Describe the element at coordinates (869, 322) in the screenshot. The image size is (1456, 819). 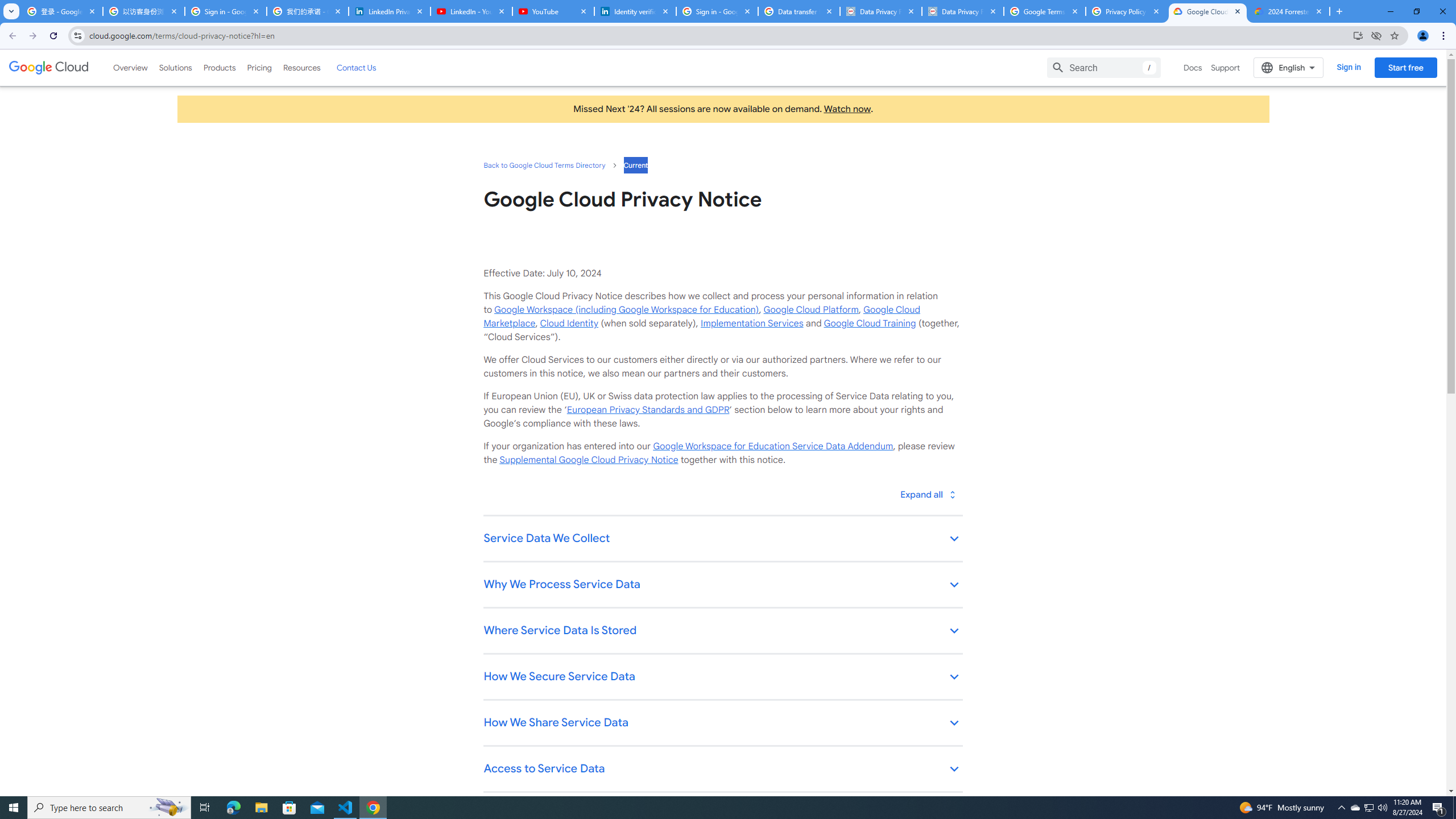
I see `'Google Cloud Training'` at that location.